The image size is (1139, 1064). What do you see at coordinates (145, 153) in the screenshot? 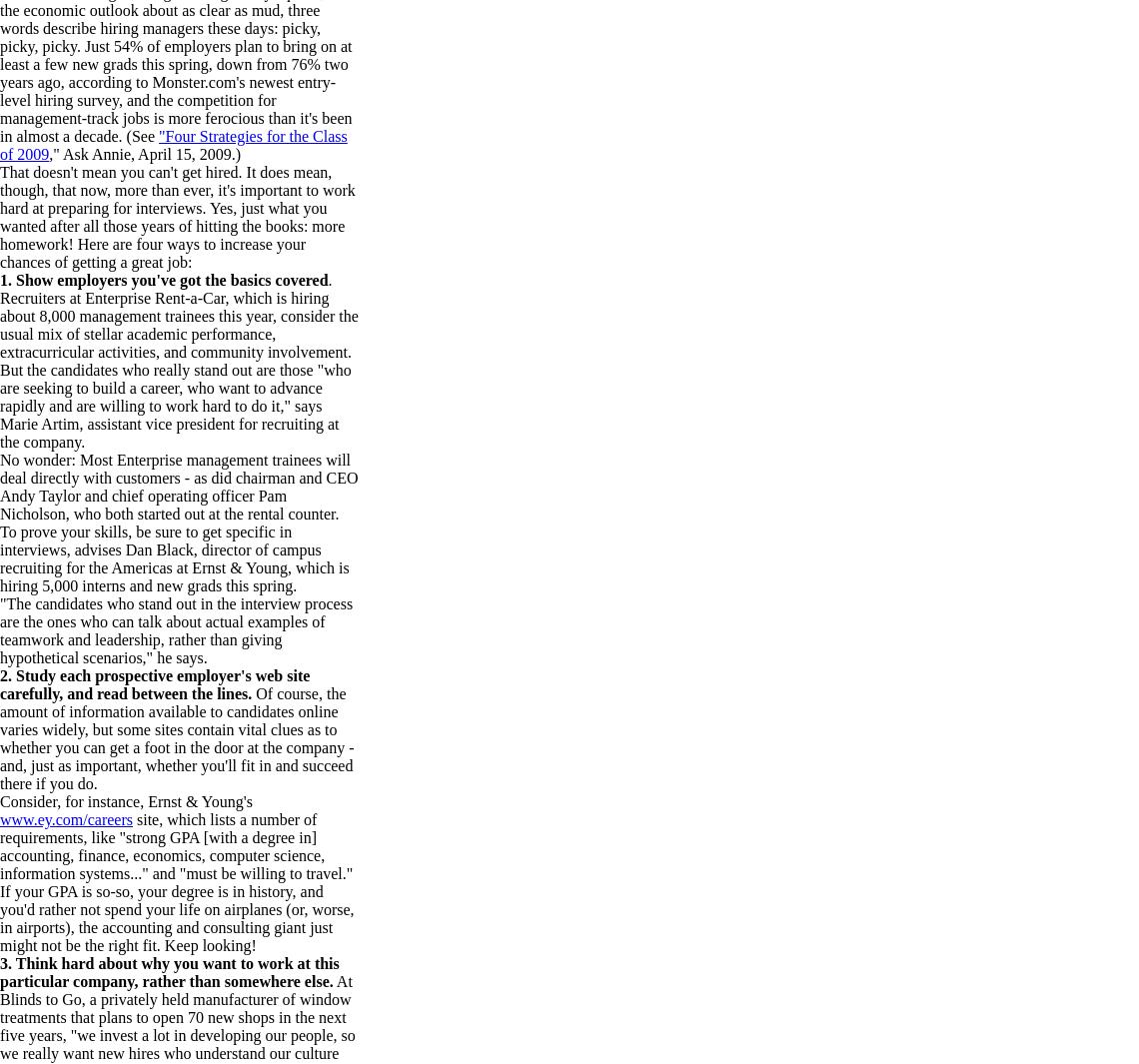
I see `'," Ask Annie, April 15, 2009.)'` at bounding box center [145, 153].